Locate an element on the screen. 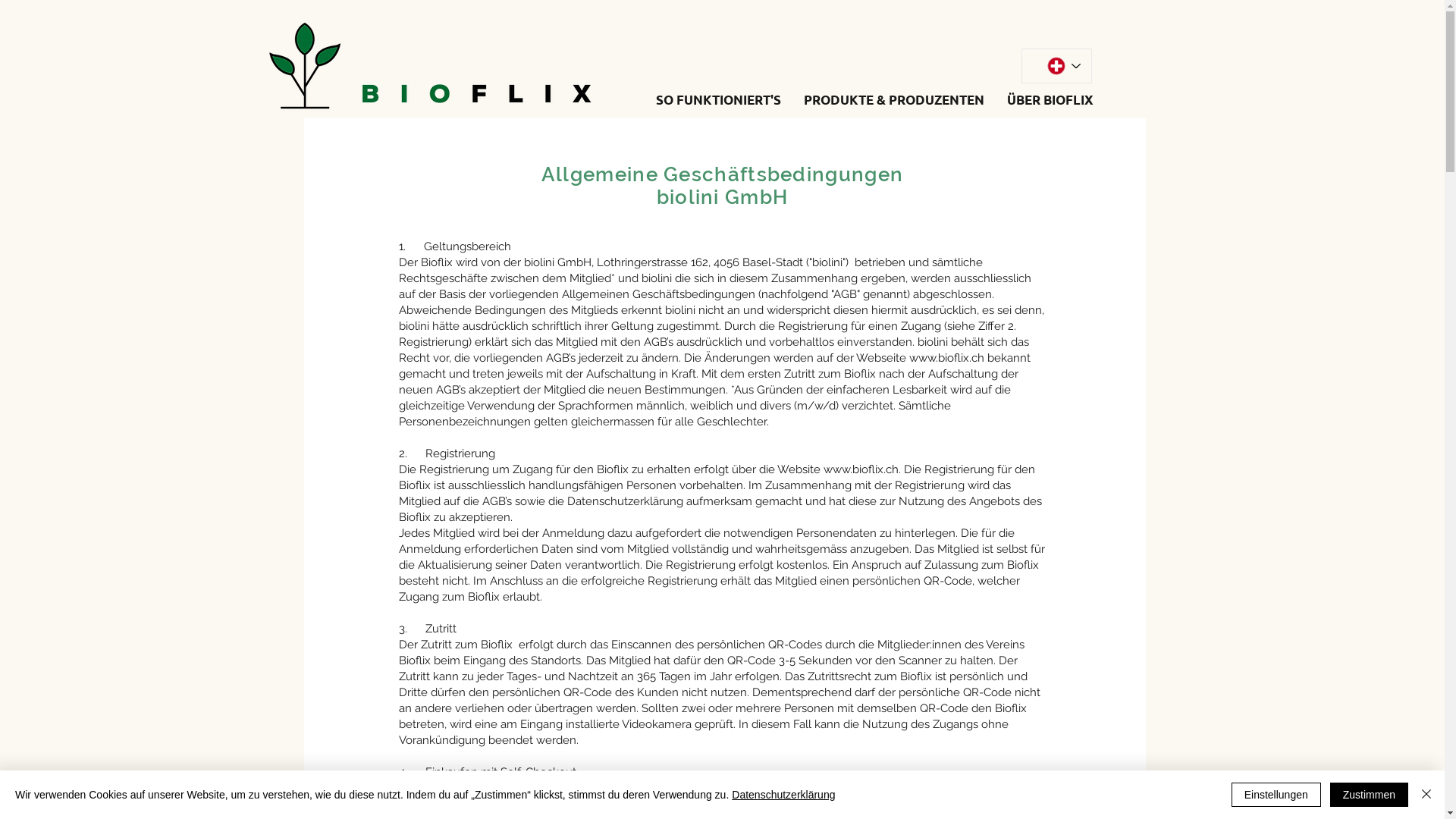 The image size is (1456, 819). 'www.bioflix.ch' is located at coordinates (861, 468).